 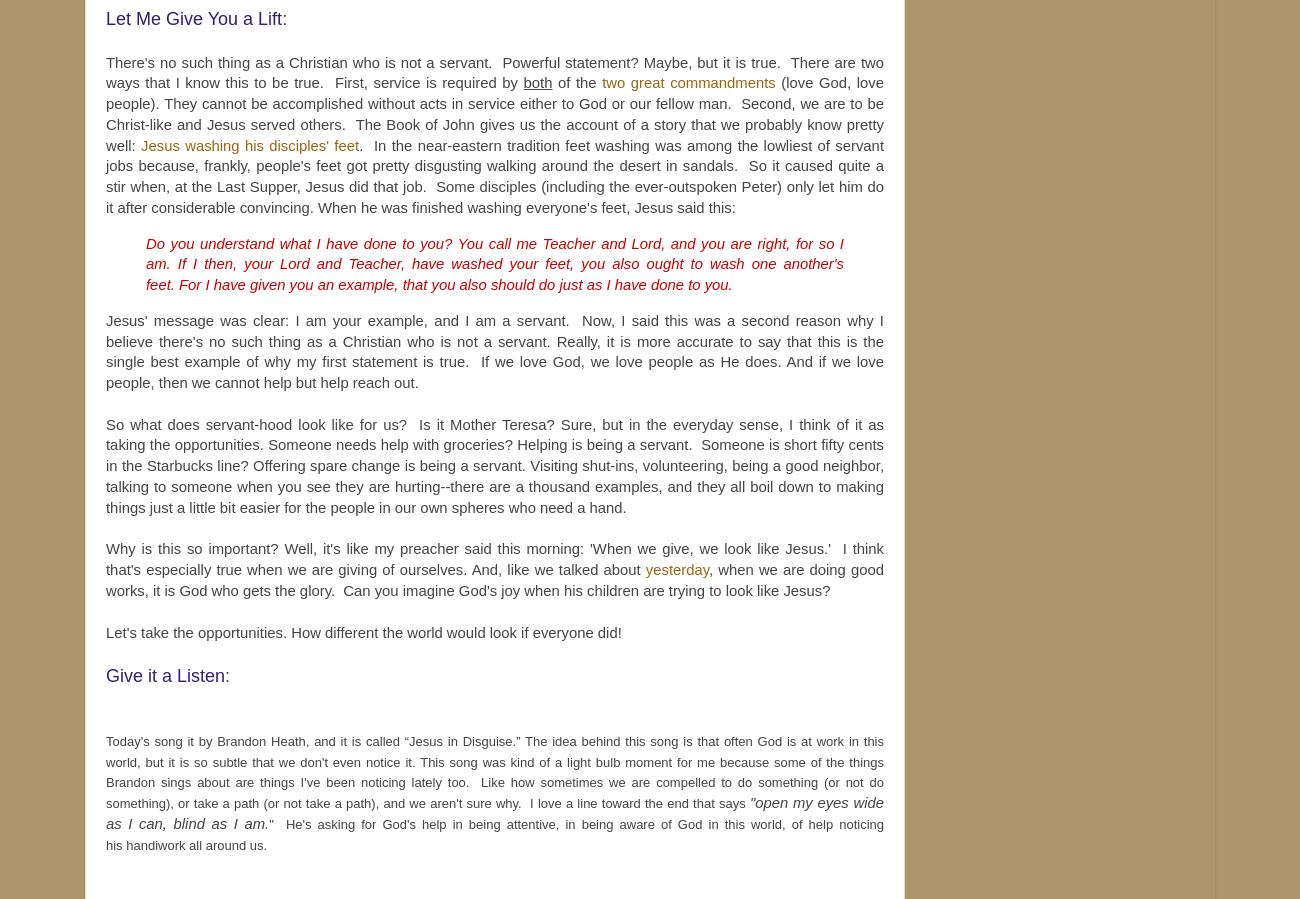 I want to click on '(love God, love people). They cannot be accomplished without acts in service either to God or our fellow man.  Second, we are to be Christ-like and Jesus served others.  The Book of John gives us the account of a story that we probably know pretty well:', so click(x=495, y=112).